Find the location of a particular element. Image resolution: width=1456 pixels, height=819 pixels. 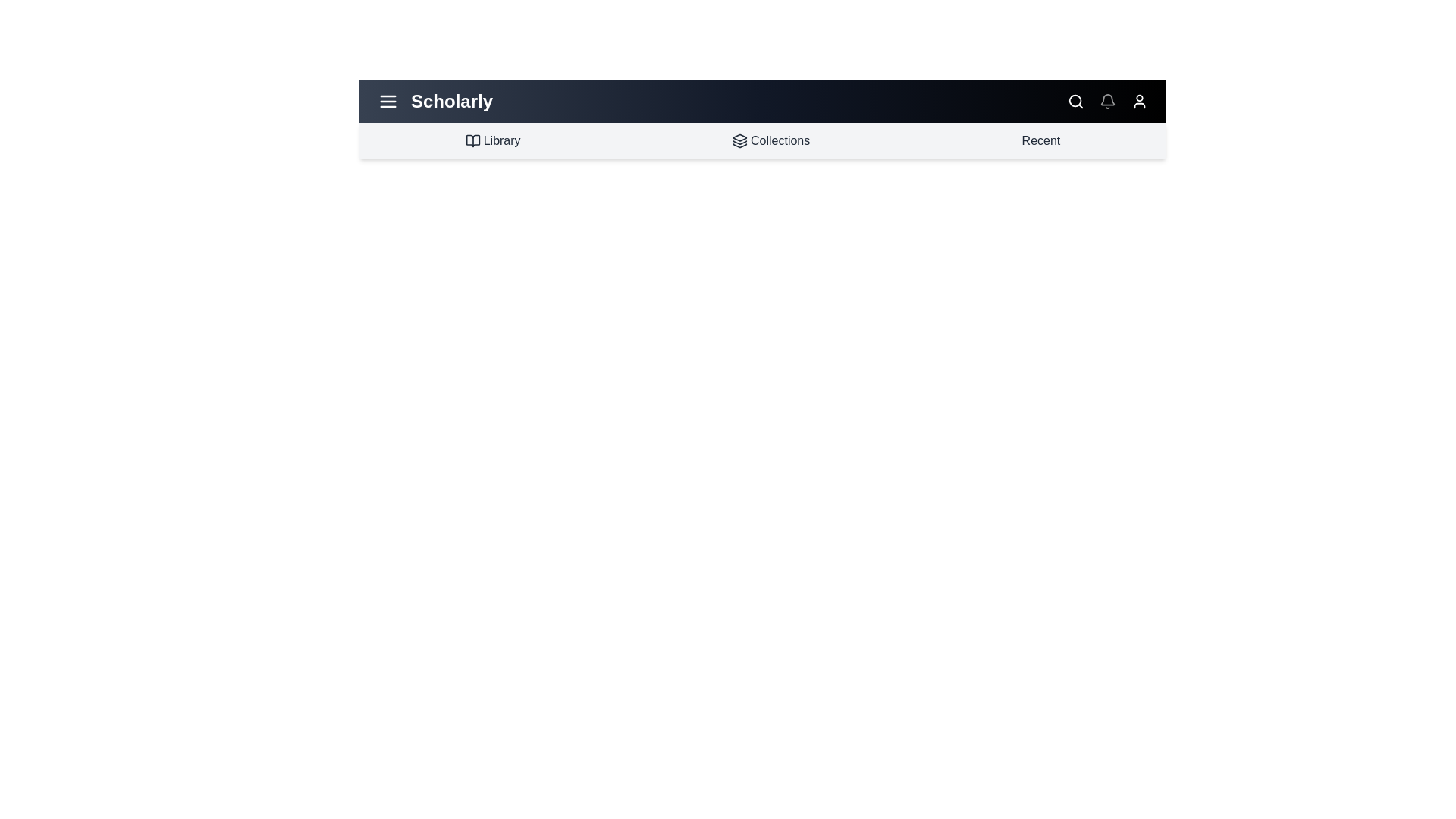

the search icon to initiate a search action is located at coordinates (1075, 102).